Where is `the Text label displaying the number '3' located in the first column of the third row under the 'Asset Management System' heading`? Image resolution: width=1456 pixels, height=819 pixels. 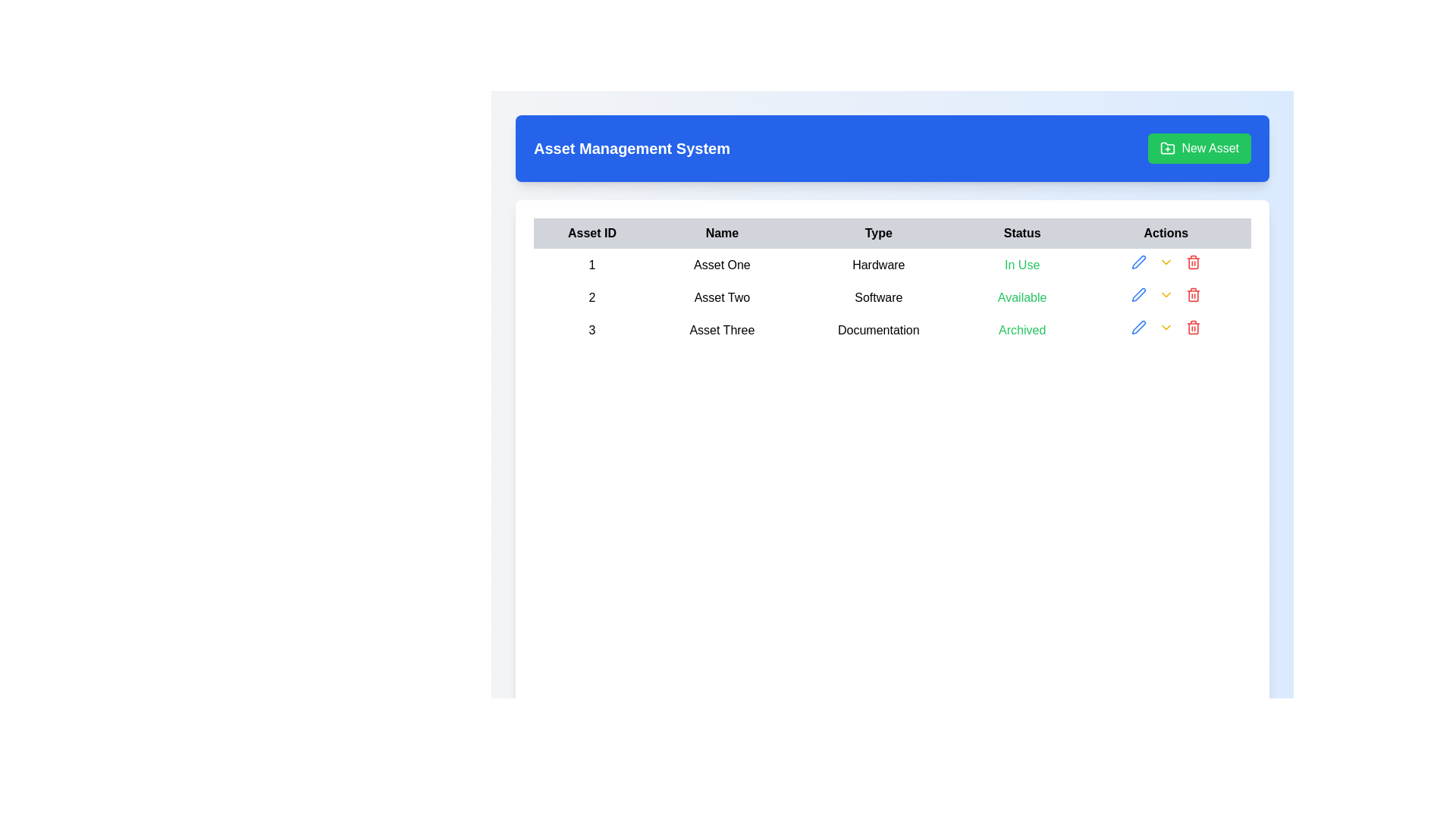
the Text label displaying the number '3' located in the first column of the third row under the 'Asset Management System' heading is located at coordinates (591, 329).